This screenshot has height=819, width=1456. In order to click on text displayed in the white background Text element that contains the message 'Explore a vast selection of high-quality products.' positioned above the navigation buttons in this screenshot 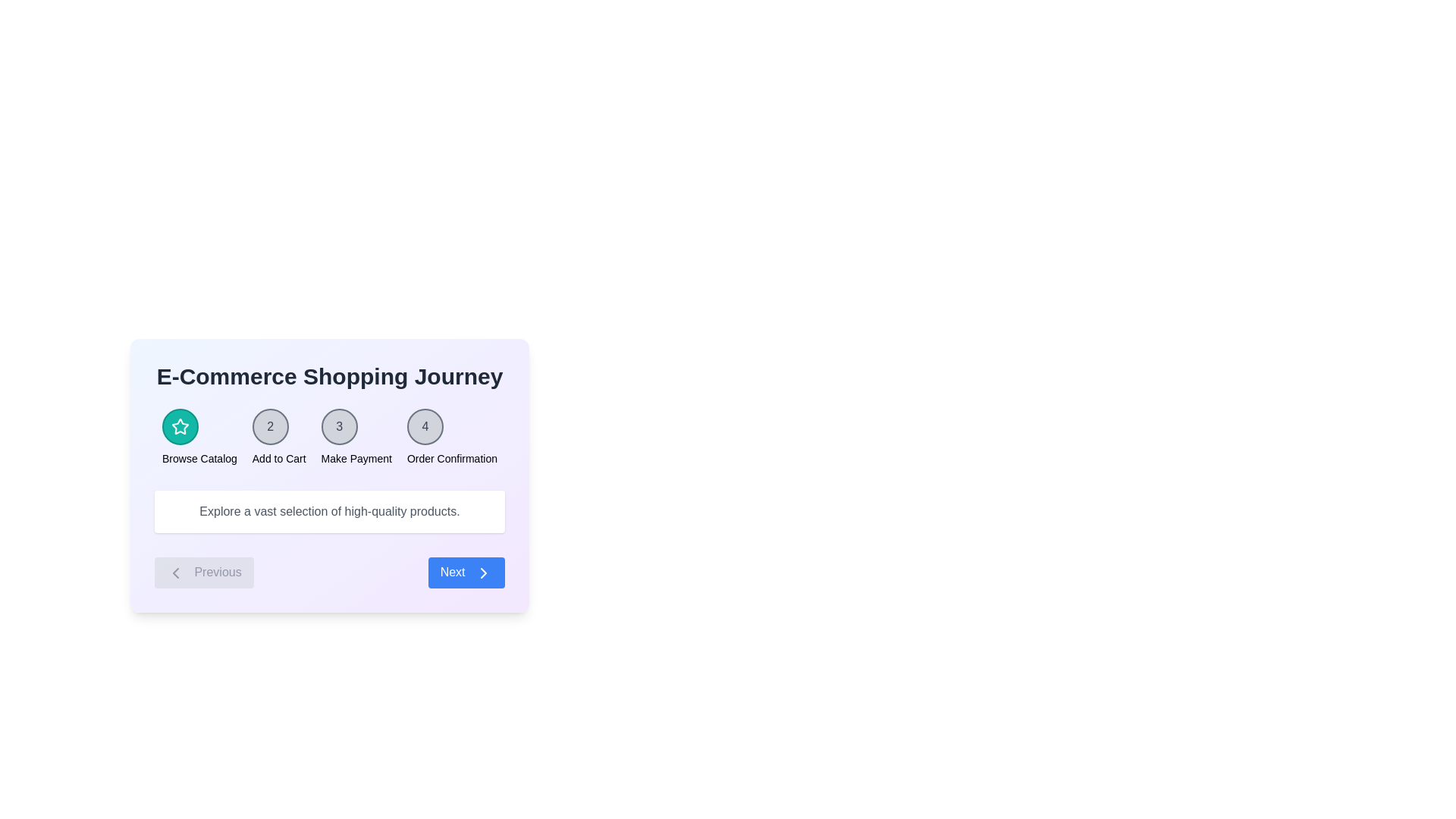, I will do `click(329, 512)`.